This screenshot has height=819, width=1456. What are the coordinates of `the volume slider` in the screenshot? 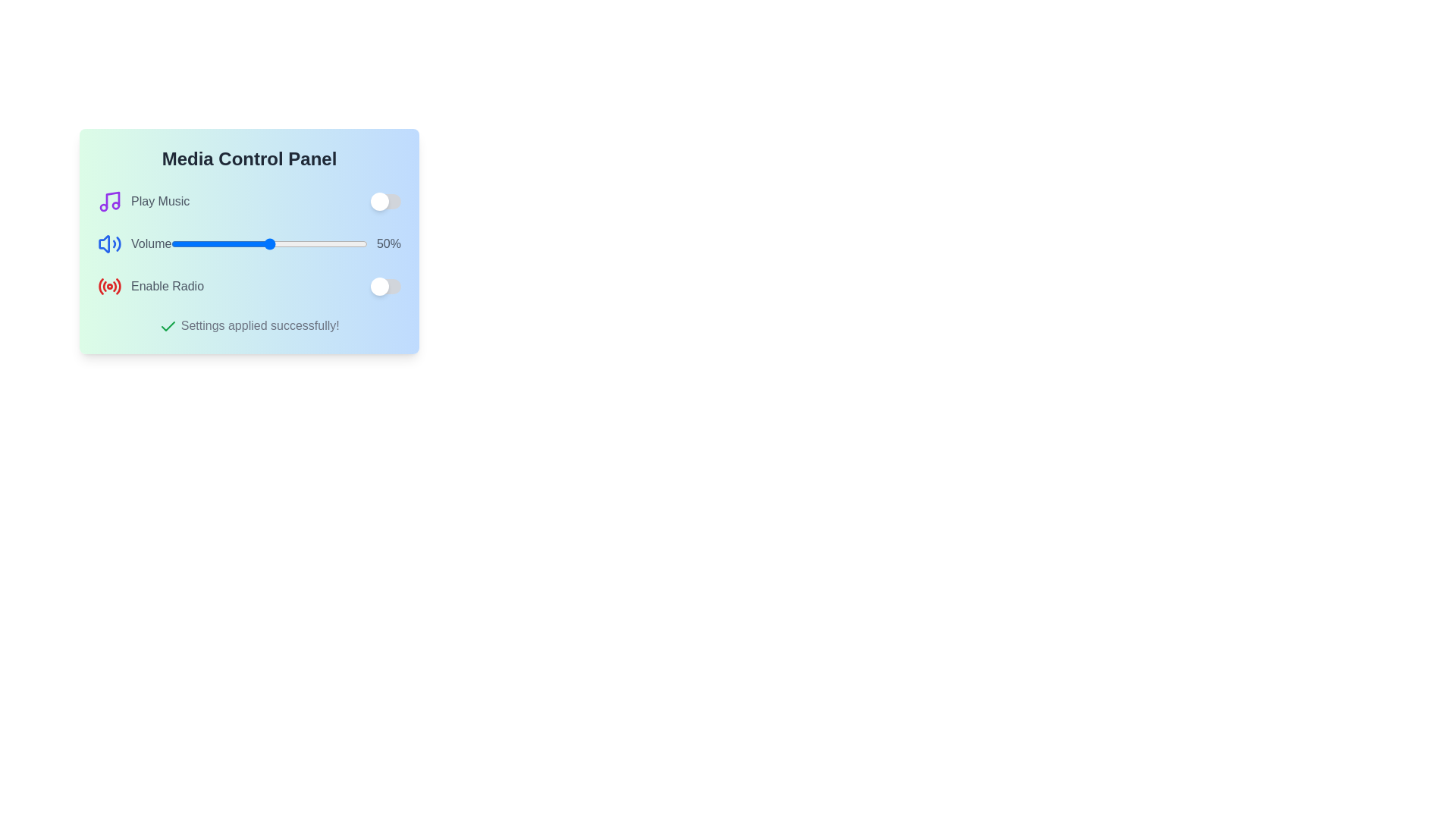 It's located at (225, 243).